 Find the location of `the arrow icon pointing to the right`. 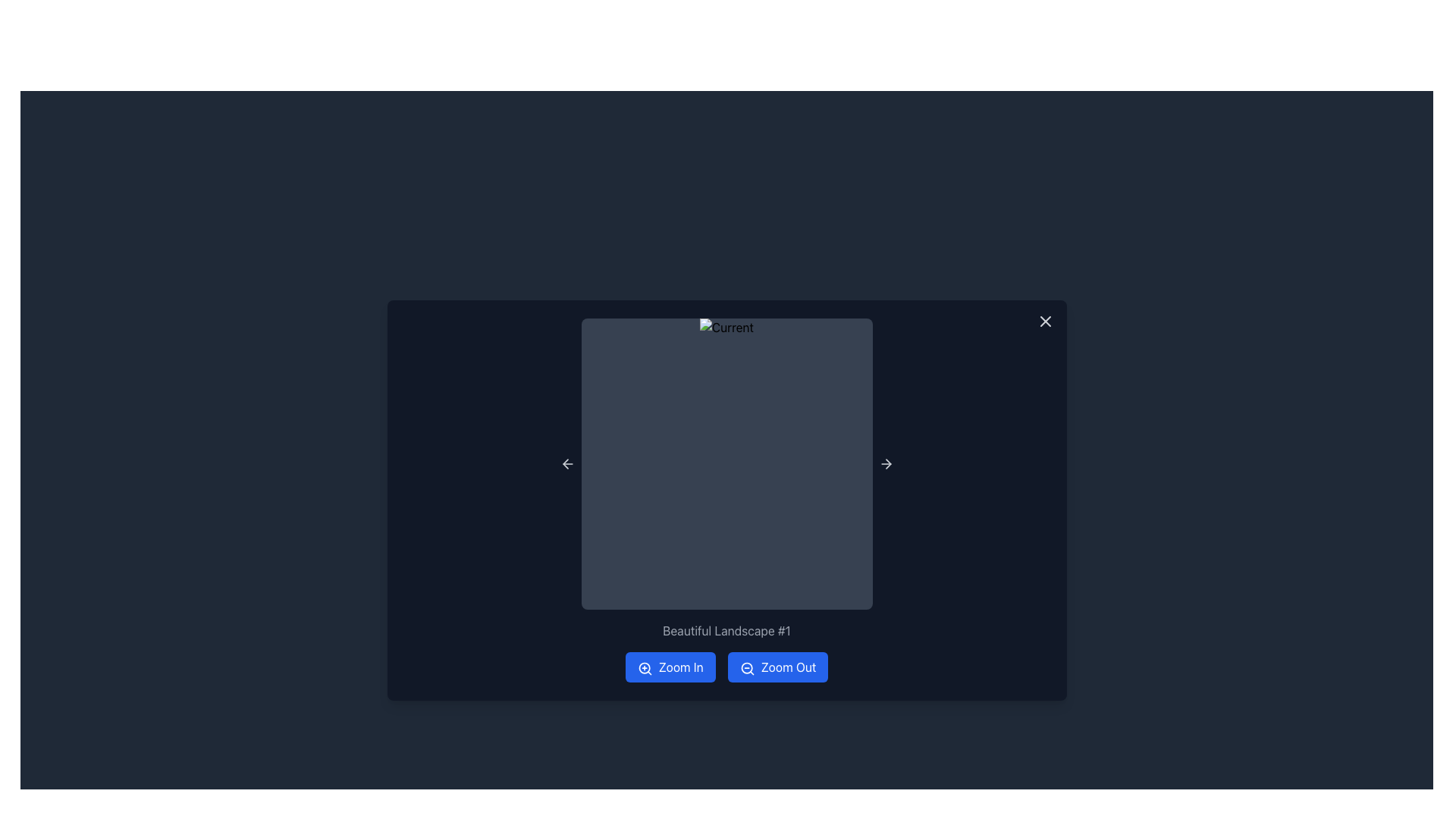

the arrow icon pointing to the right is located at coordinates (886, 463).